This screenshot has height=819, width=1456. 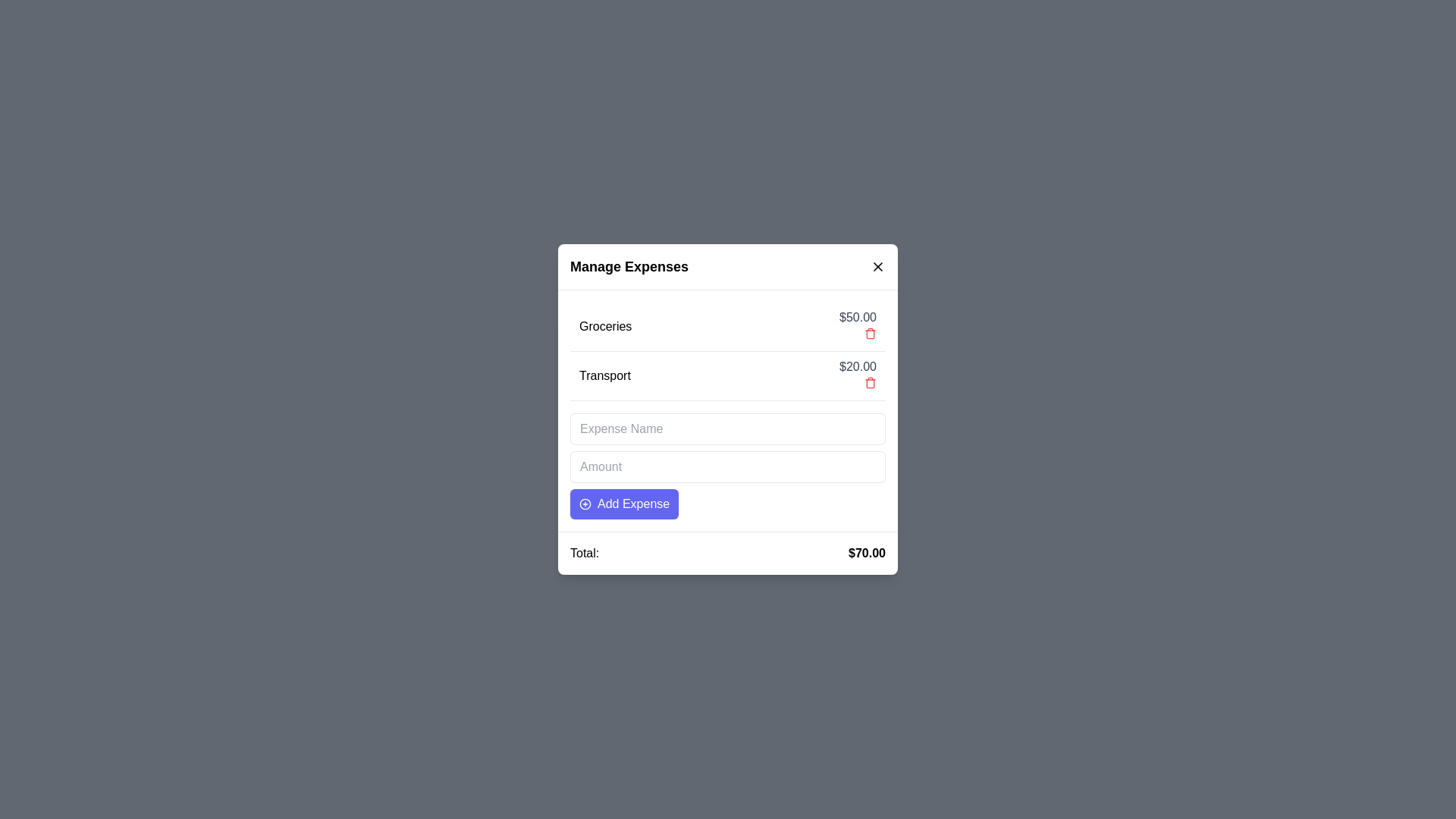 I want to click on the text label for the second expense category in the 'Manage Expenses' modal, located below 'Groceries' and associated with '$20.00', so click(x=604, y=375).